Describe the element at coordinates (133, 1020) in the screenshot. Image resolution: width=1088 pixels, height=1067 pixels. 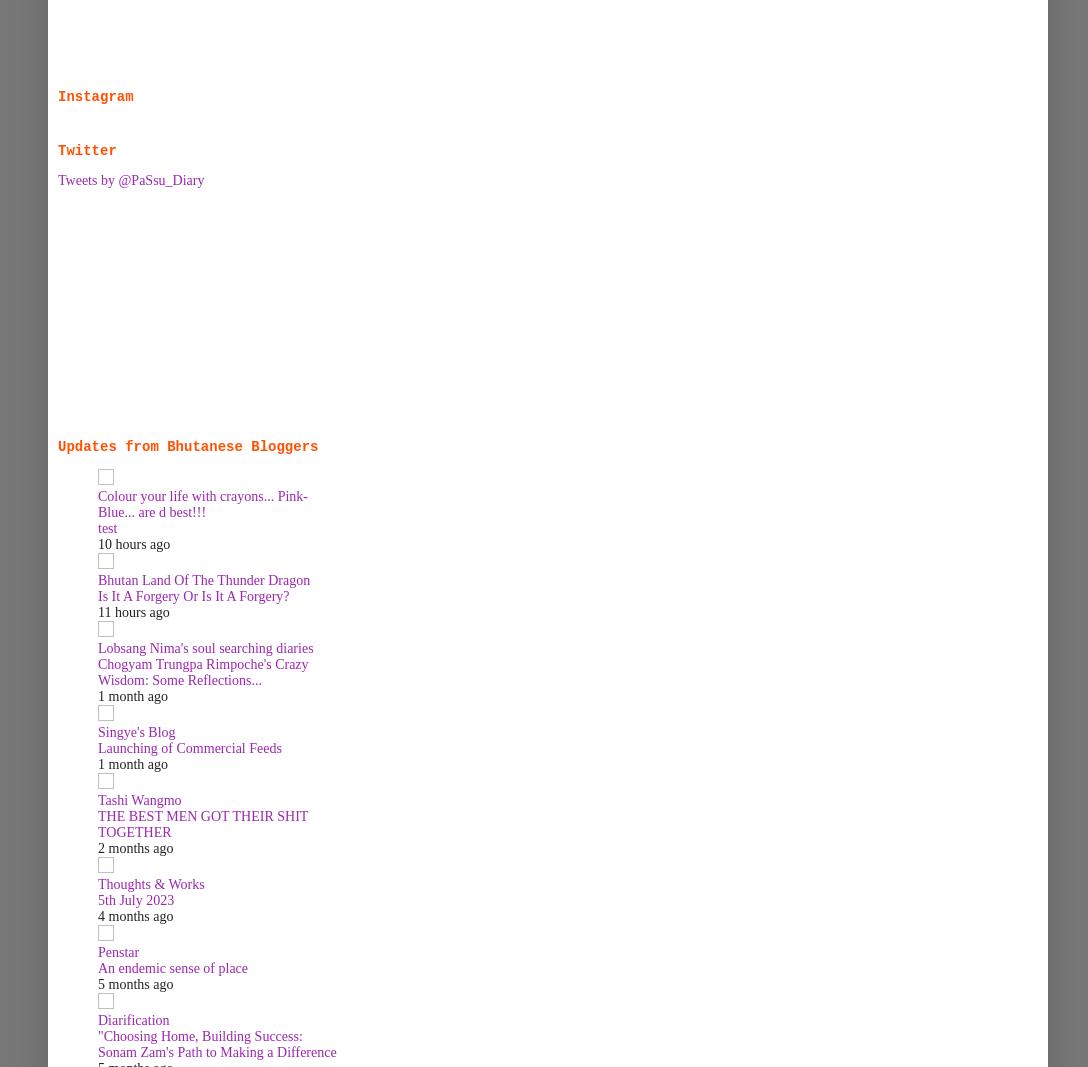
I see `'Diarification'` at that location.